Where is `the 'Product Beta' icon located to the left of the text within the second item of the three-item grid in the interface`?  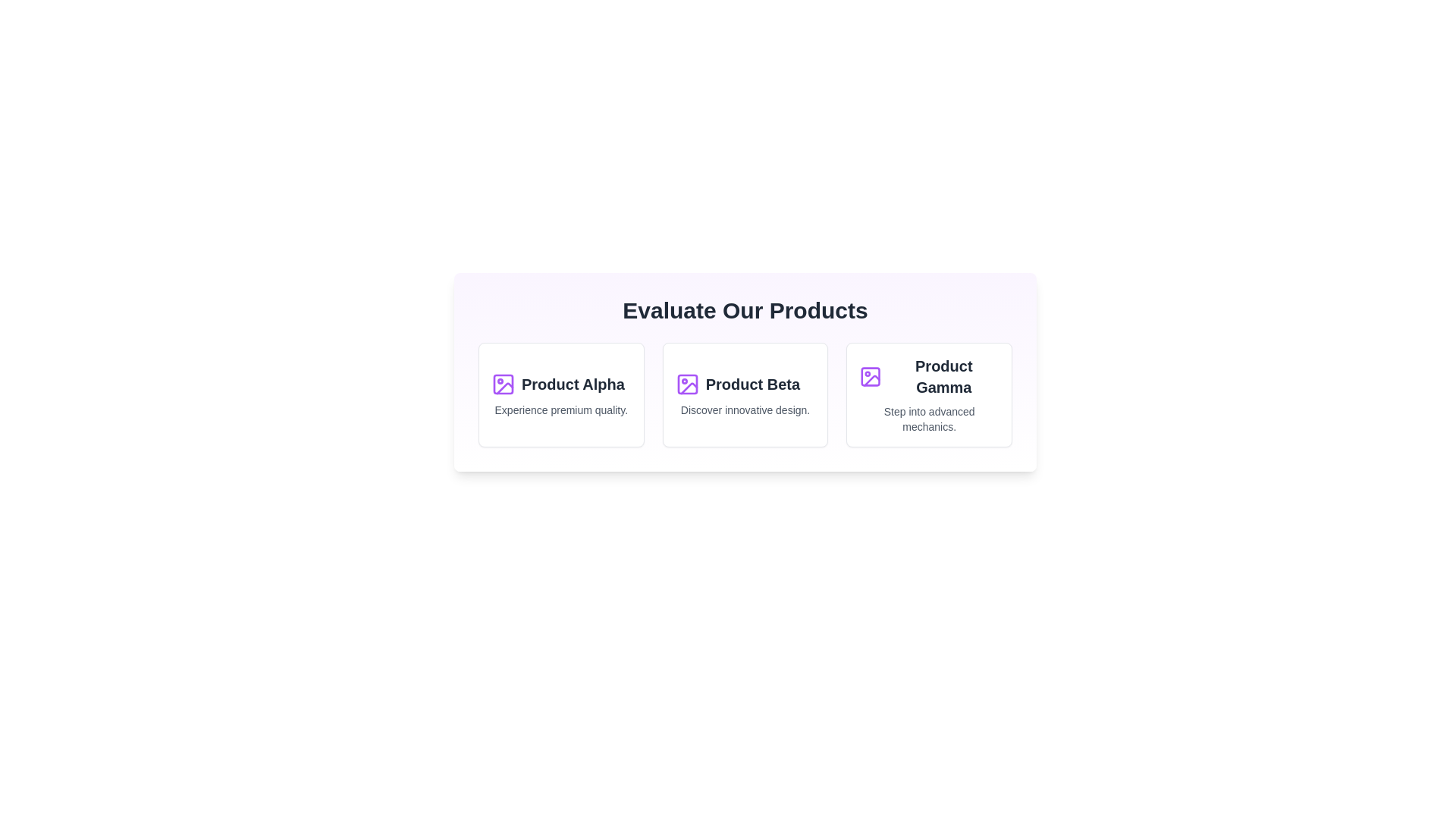 the 'Product Beta' icon located to the left of the text within the second item of the three-item grid in the interface is located at coordinates (686, 383).